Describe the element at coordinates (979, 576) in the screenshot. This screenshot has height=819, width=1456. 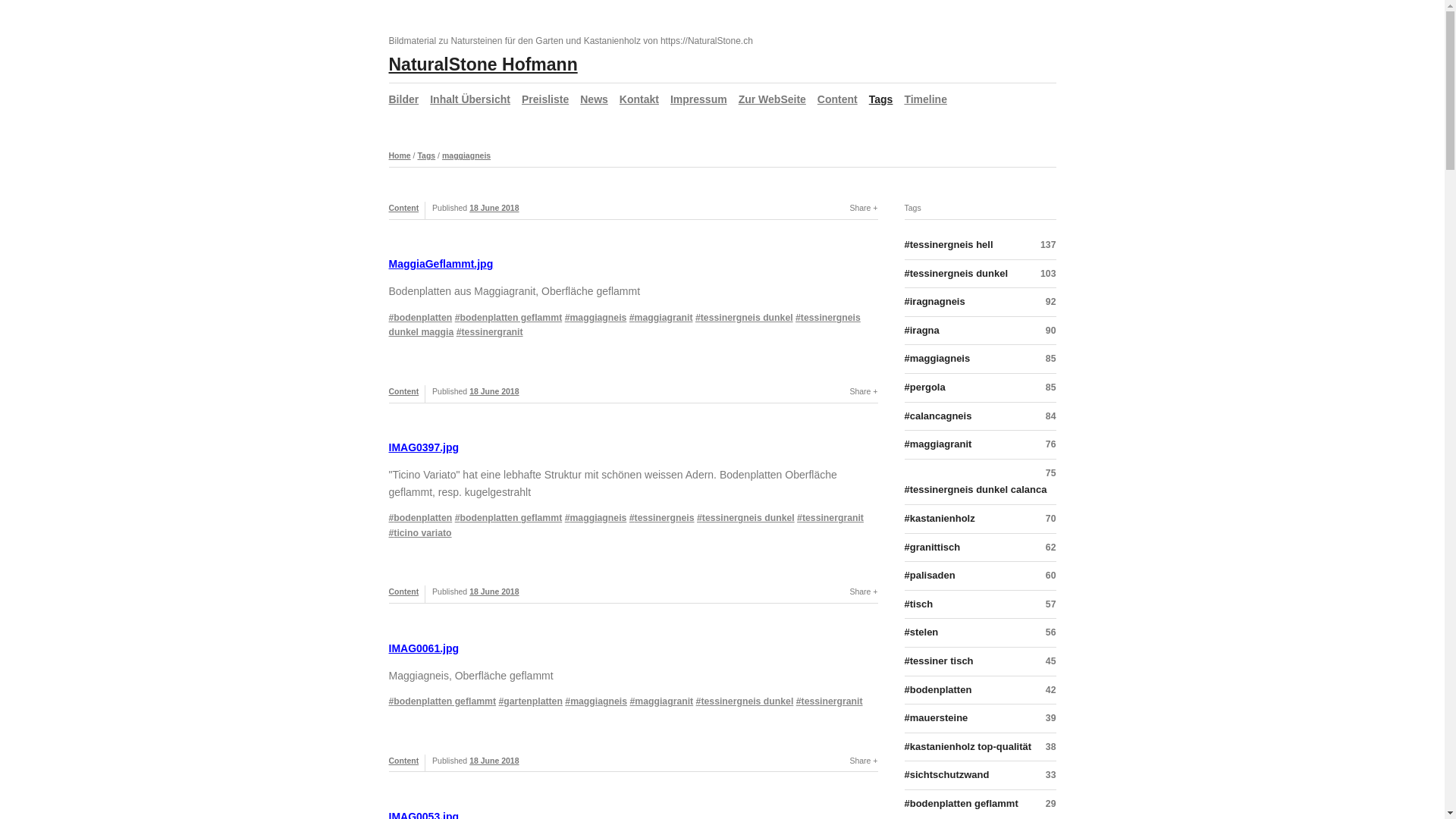
I see `'60` at that location.